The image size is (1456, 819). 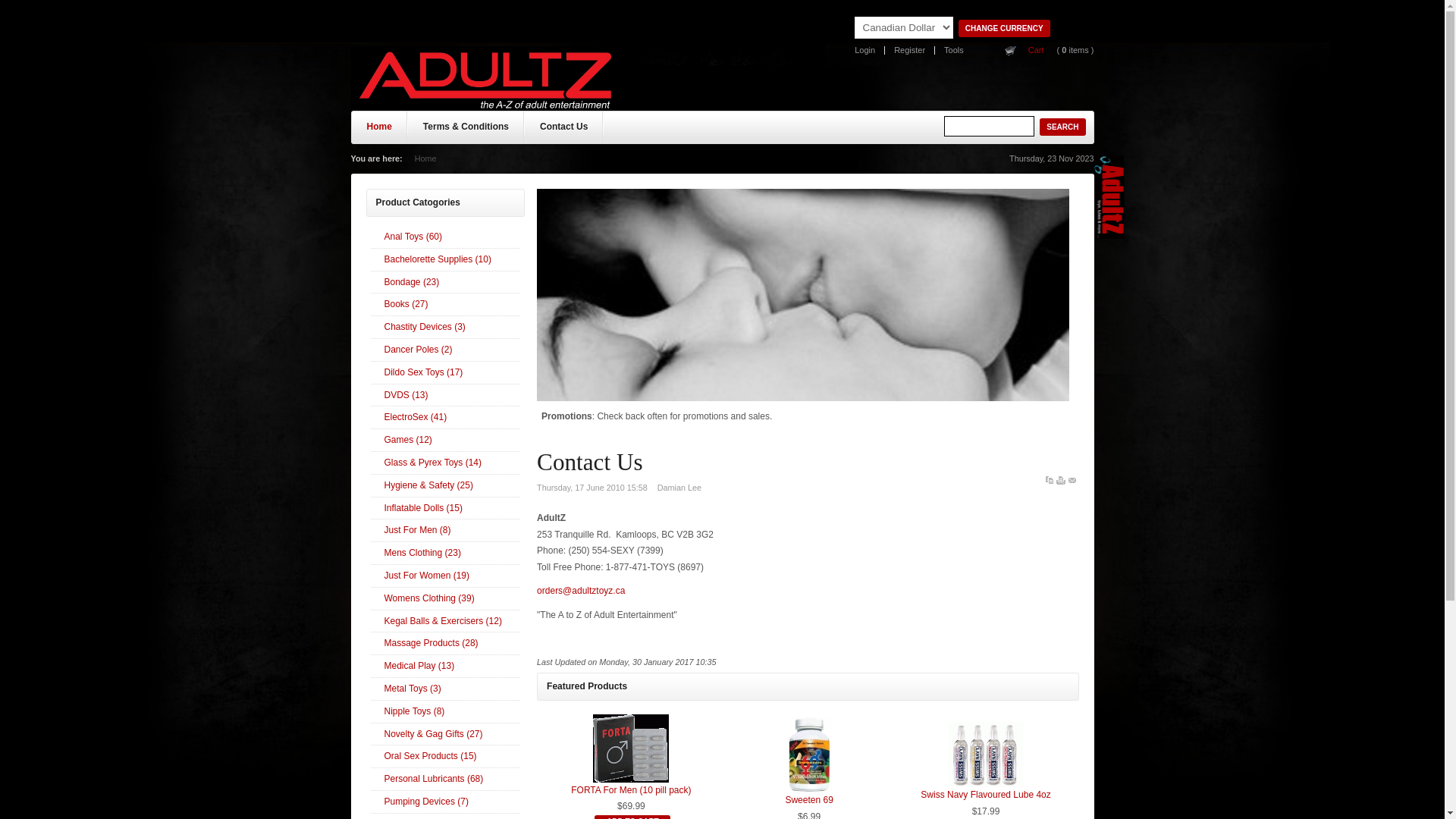 I want to click on 'Tools', so click(x=952, y=49).